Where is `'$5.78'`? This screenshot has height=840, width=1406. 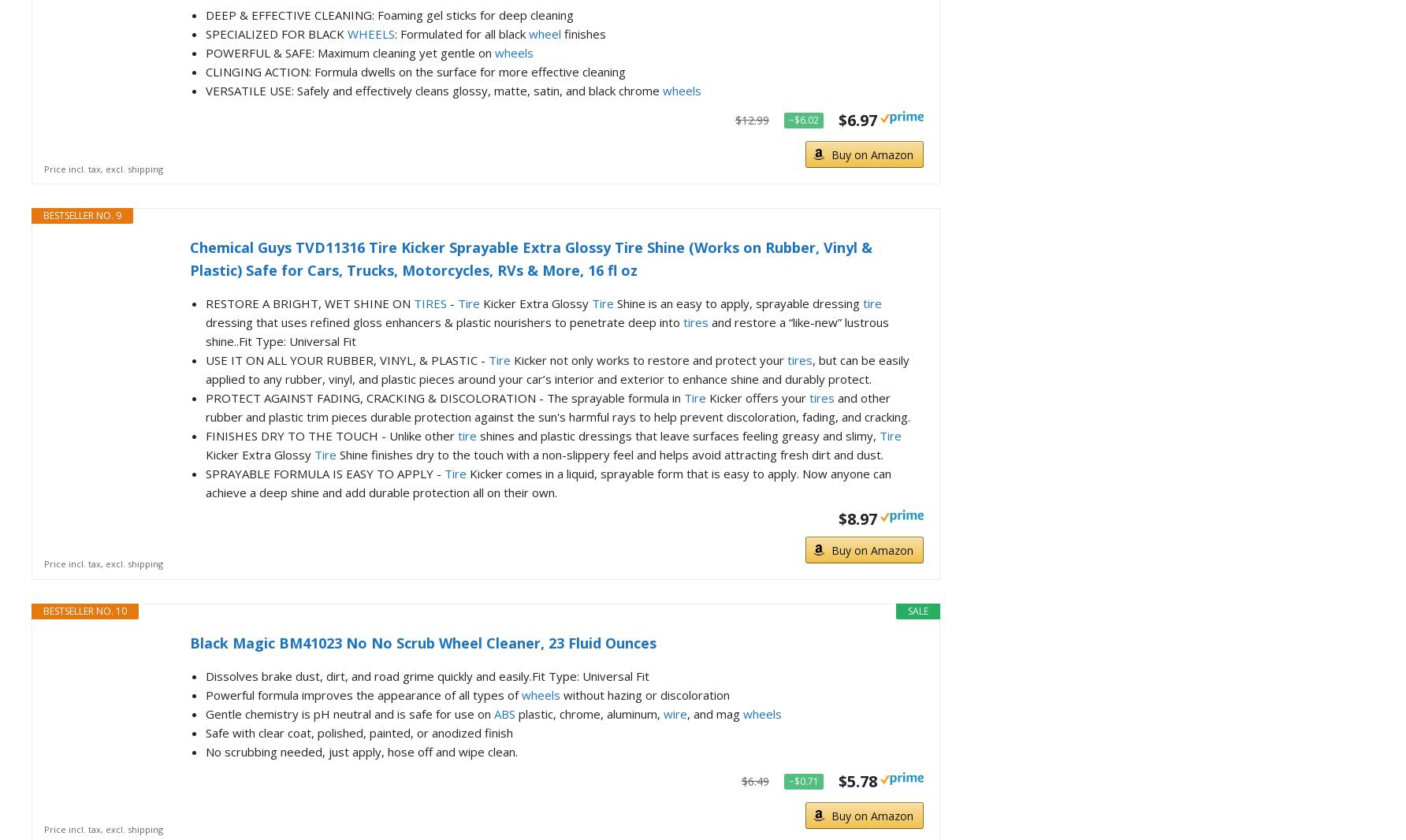
'$5.78' is located at coordinates (837, 780).